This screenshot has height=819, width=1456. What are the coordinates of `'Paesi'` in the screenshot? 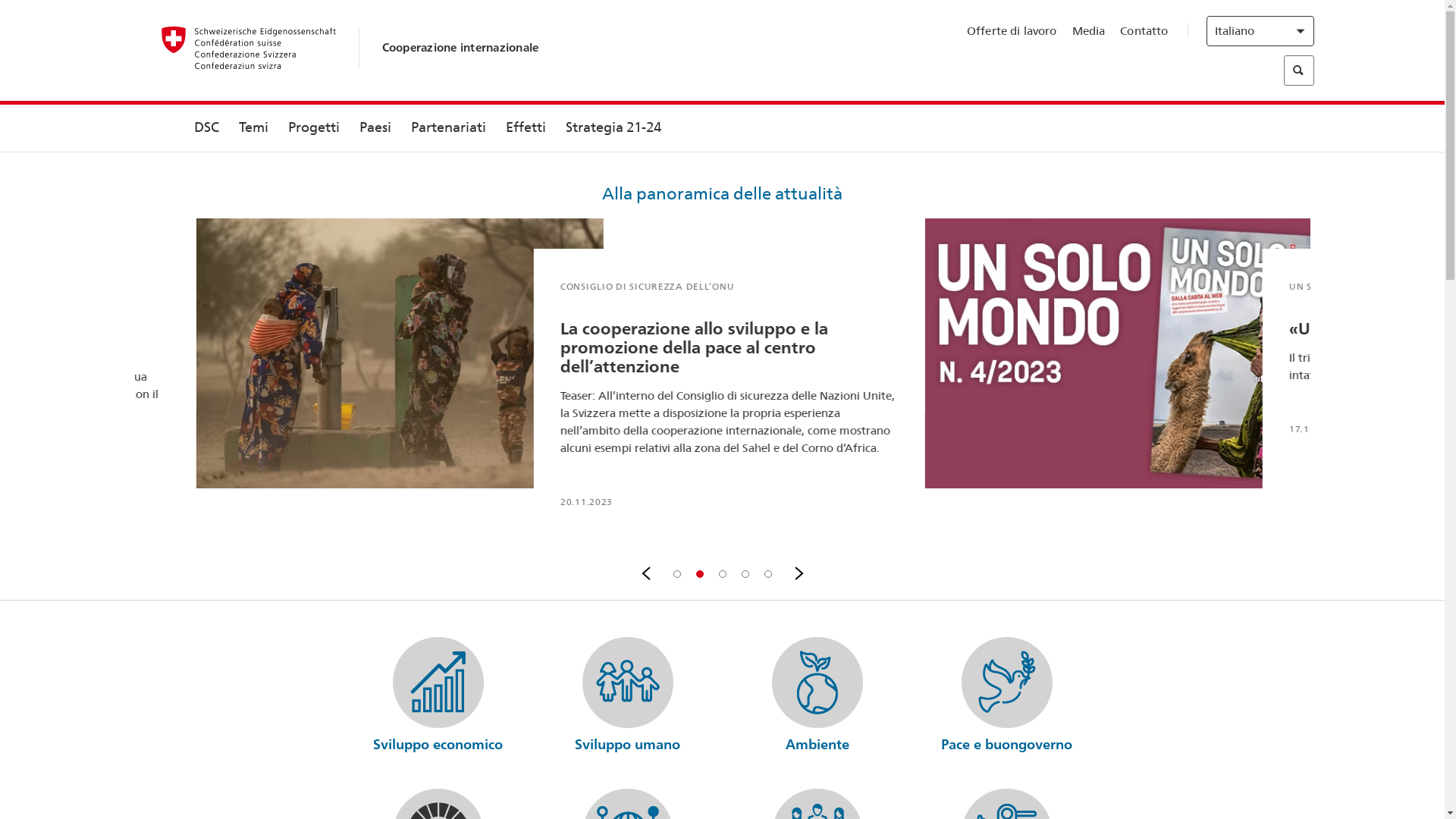 It's located at (375, 127).